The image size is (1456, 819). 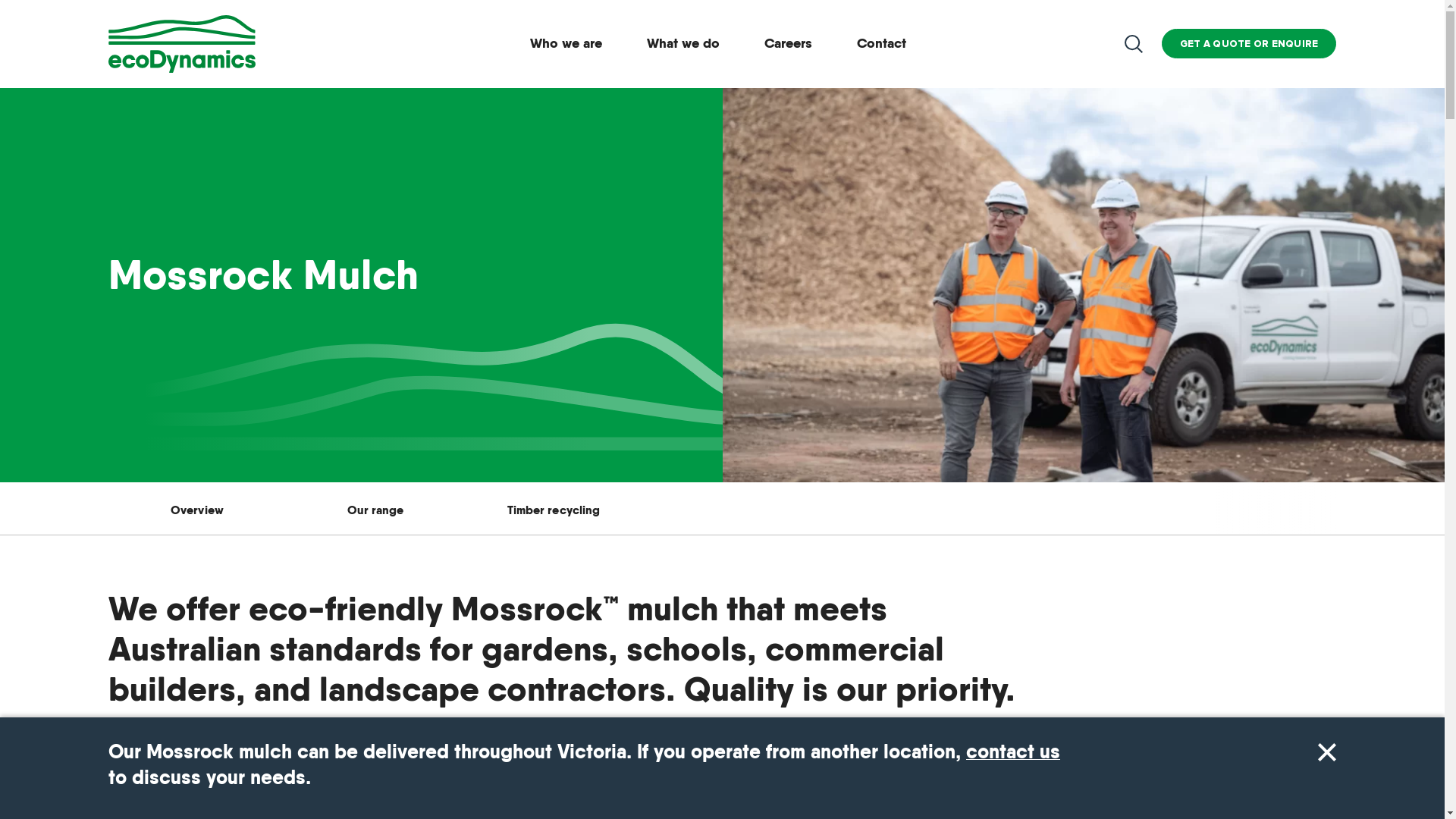 I want to click on 'Timber recycling', so click(x=552, y=509).